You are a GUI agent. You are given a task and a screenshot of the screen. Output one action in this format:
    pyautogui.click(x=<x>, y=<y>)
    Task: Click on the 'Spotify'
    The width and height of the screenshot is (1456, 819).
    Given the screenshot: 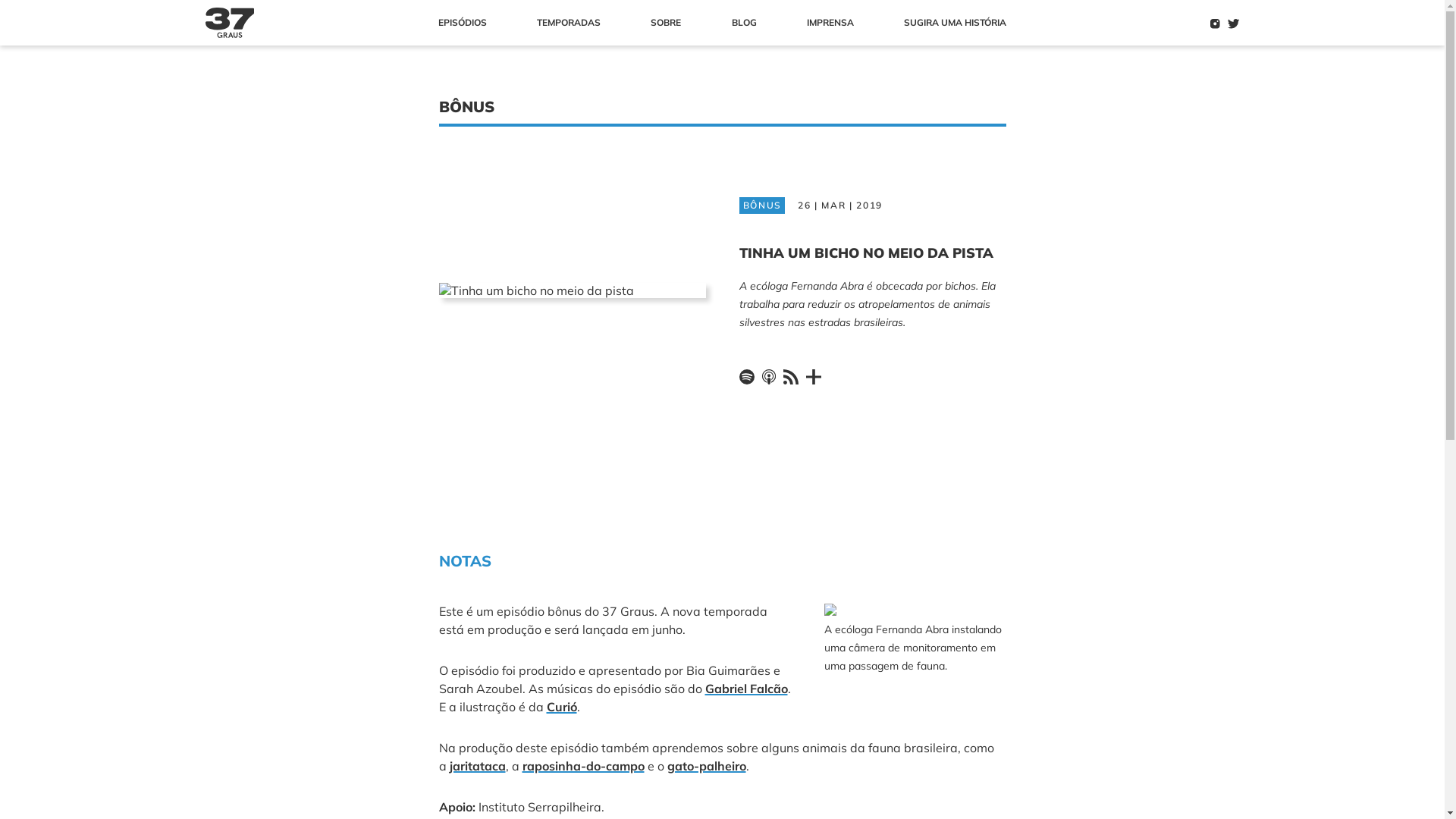 What is the action you would take?
    pyautogui.click(x=749, y=375)
    